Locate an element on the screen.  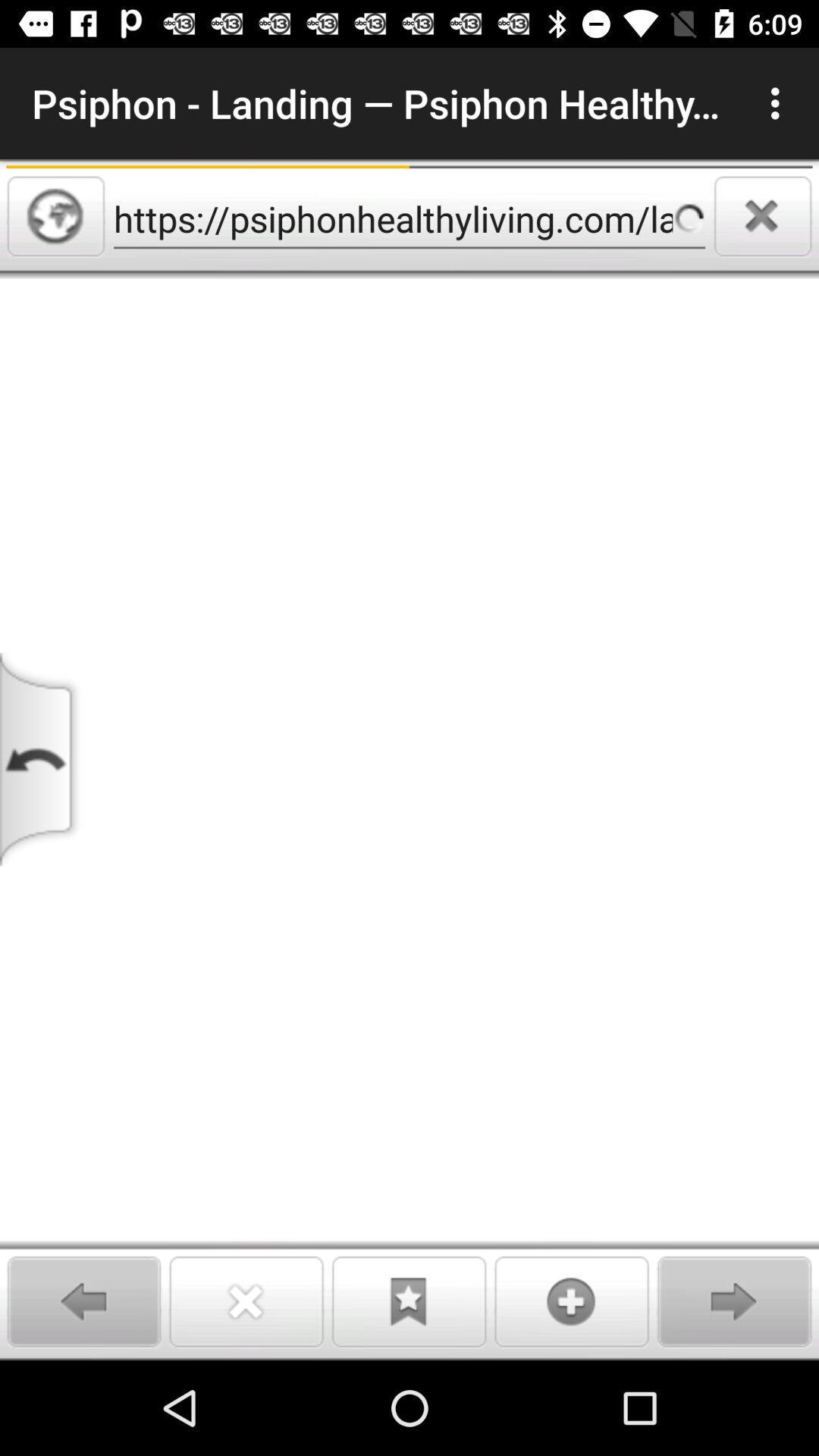
website page is located at coordinates (409, 818).